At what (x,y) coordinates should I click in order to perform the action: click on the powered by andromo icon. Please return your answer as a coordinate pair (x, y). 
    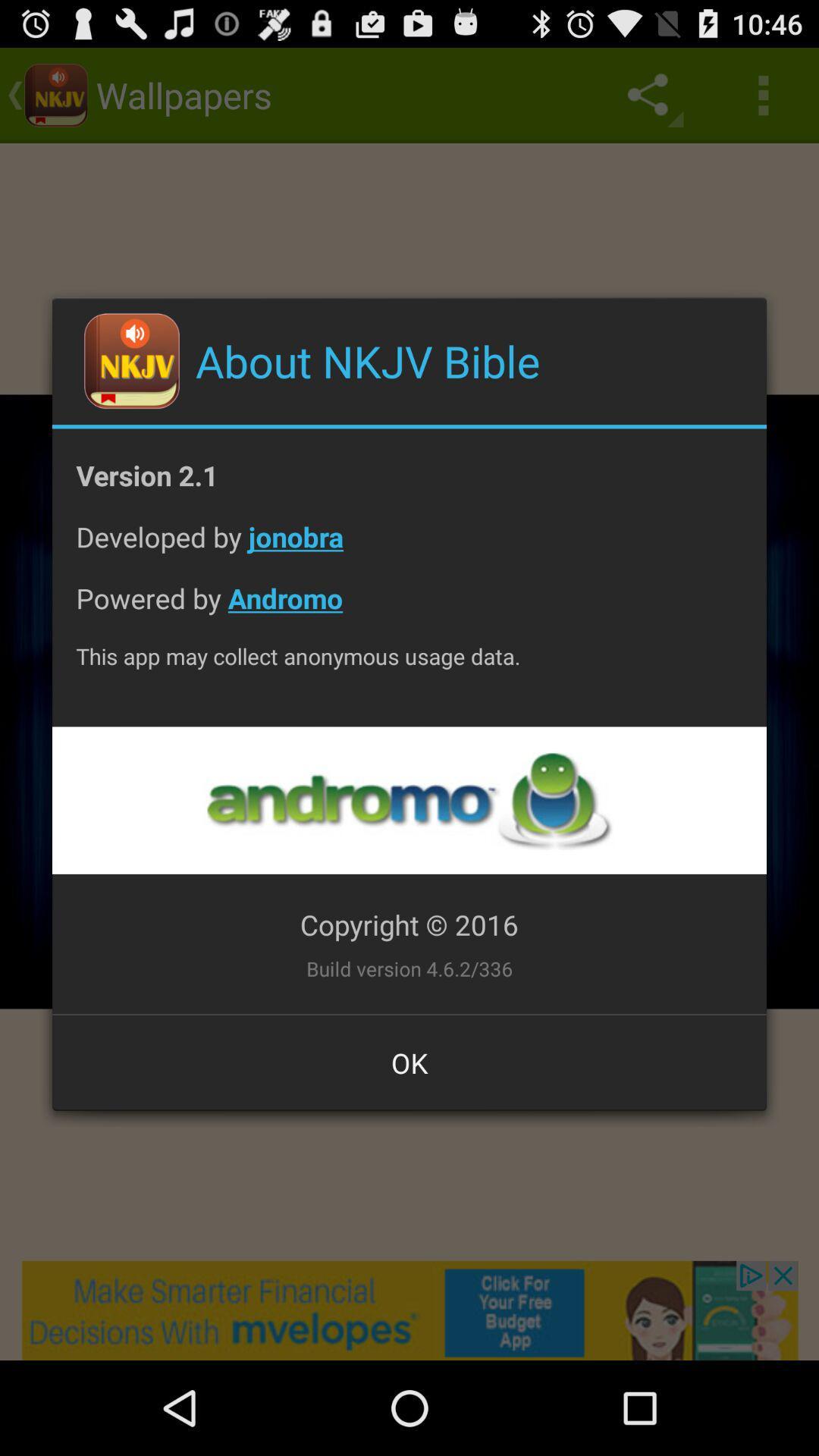
    Looking at the image, I should click on (409, 610).